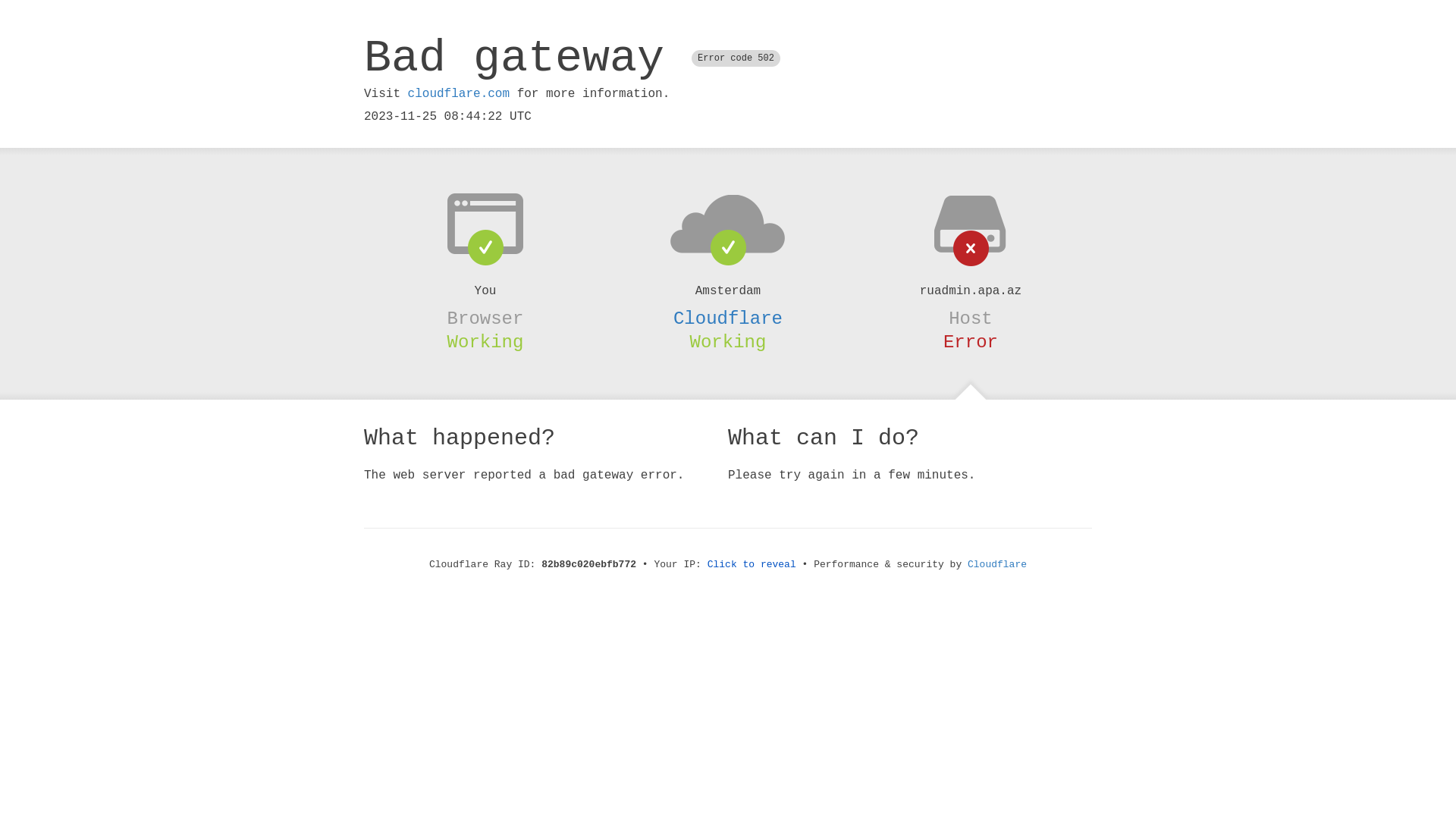 The width and height of the screenshot is (1456, 819). I want to click on 'cloudflare.com', so click(457, 93).